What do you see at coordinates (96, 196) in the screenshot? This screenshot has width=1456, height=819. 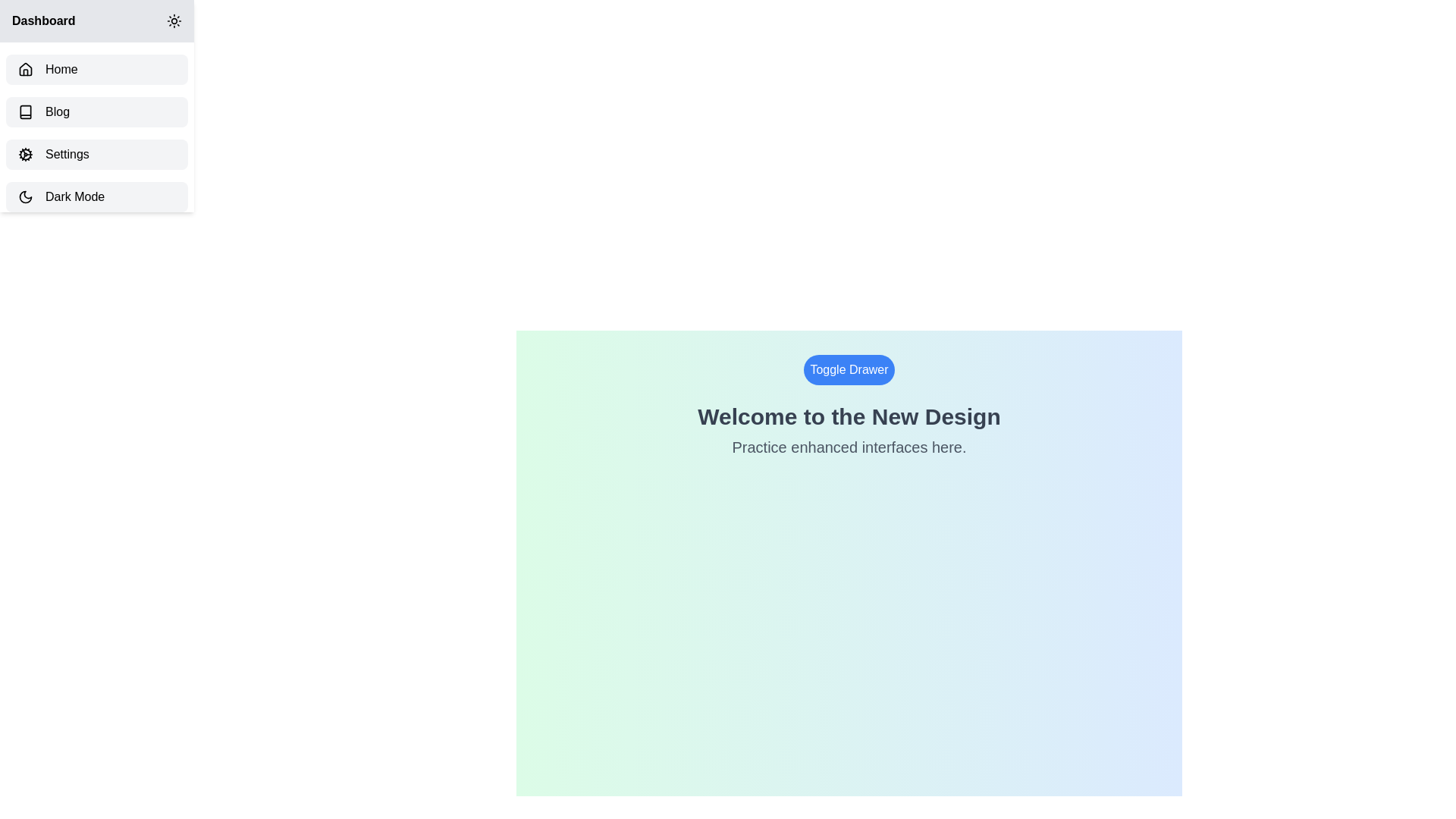 I see `the sidebar item labeled Dark Mode to navigate` at bounding box center [96, 196].